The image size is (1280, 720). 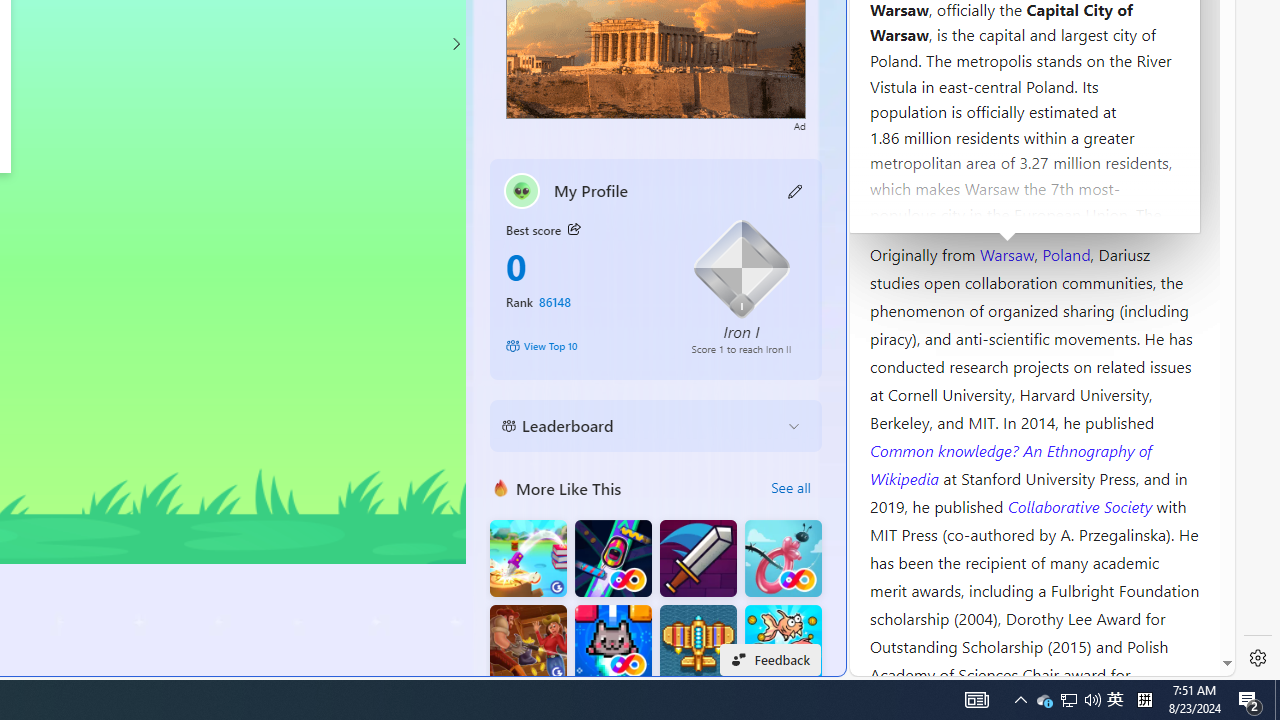 What do you see at coordinates (612, 558) in the screenshot?
I see `'Bumper Car FRVR'` at bounding box center [612, 558].